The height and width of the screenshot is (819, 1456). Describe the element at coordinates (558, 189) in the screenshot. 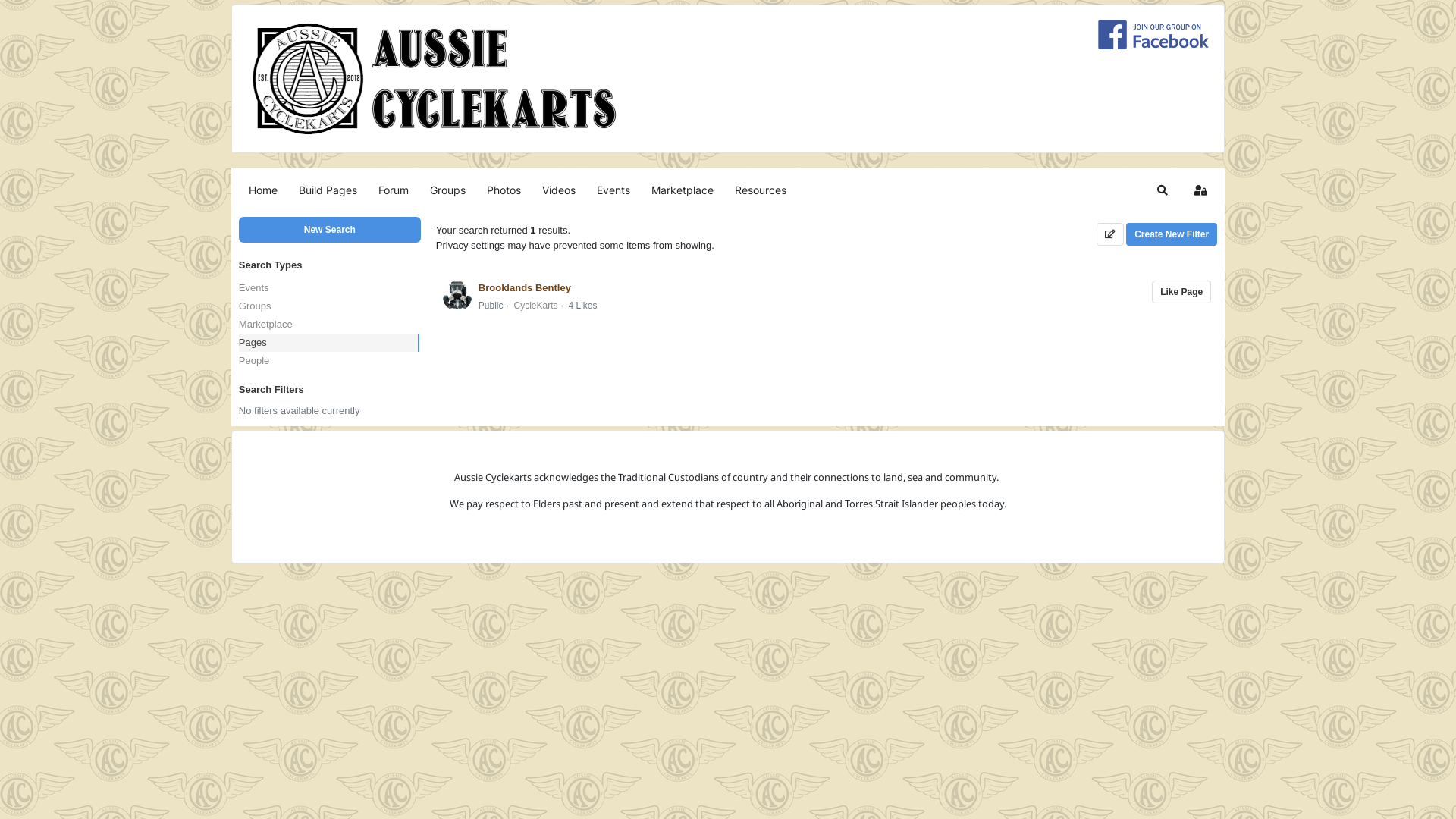

I see `'Videos'` at that location.